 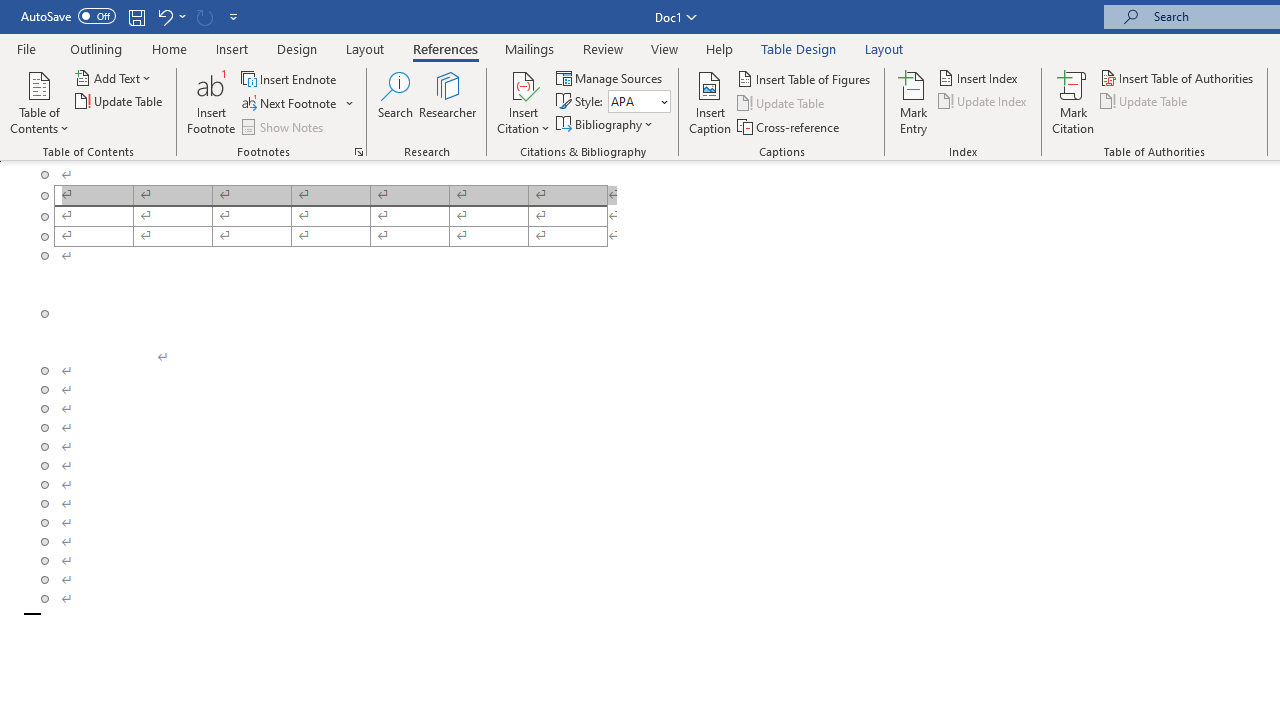 What do you see at coordinates (289, 103) in the screenshot?
I see `'Next Footnote'` at bounding box center [289, 103].